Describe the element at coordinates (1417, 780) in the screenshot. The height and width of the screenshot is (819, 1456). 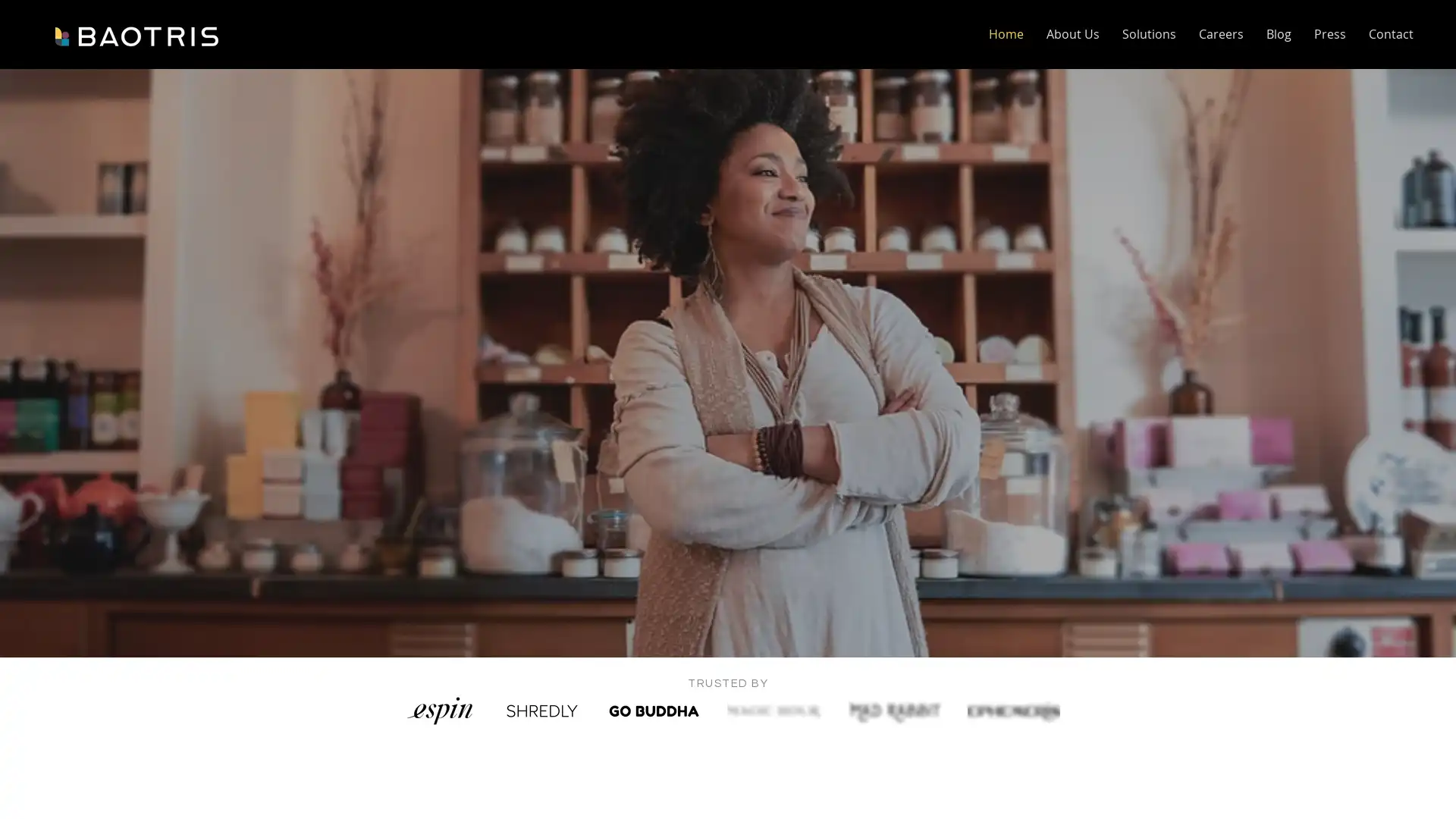
I see `Open Intercom Messenger` at that location.